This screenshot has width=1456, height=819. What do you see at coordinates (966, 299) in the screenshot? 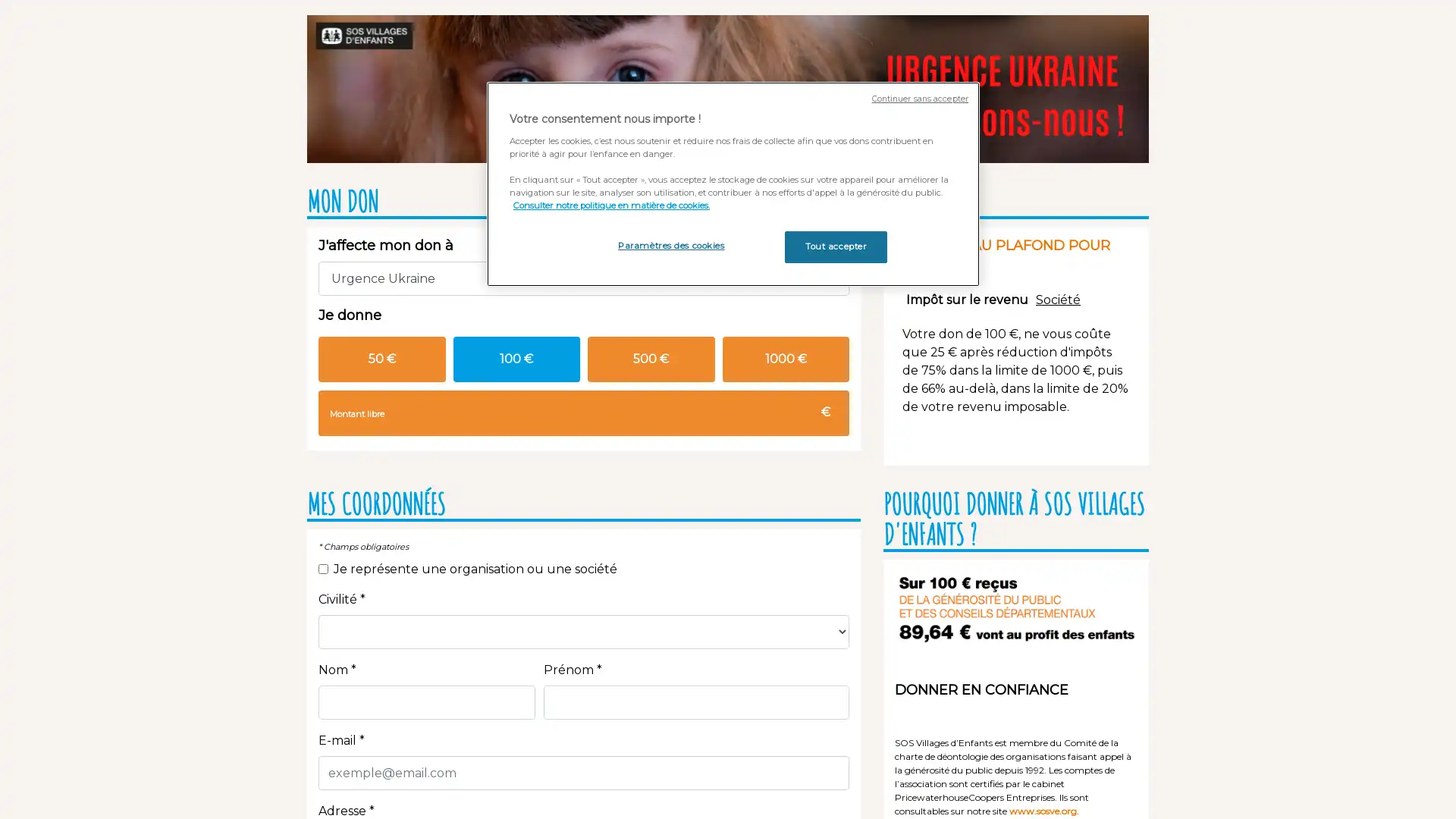
I see `Affiche le contenu de defiscalisation pour` at bounding box center [966, 299].